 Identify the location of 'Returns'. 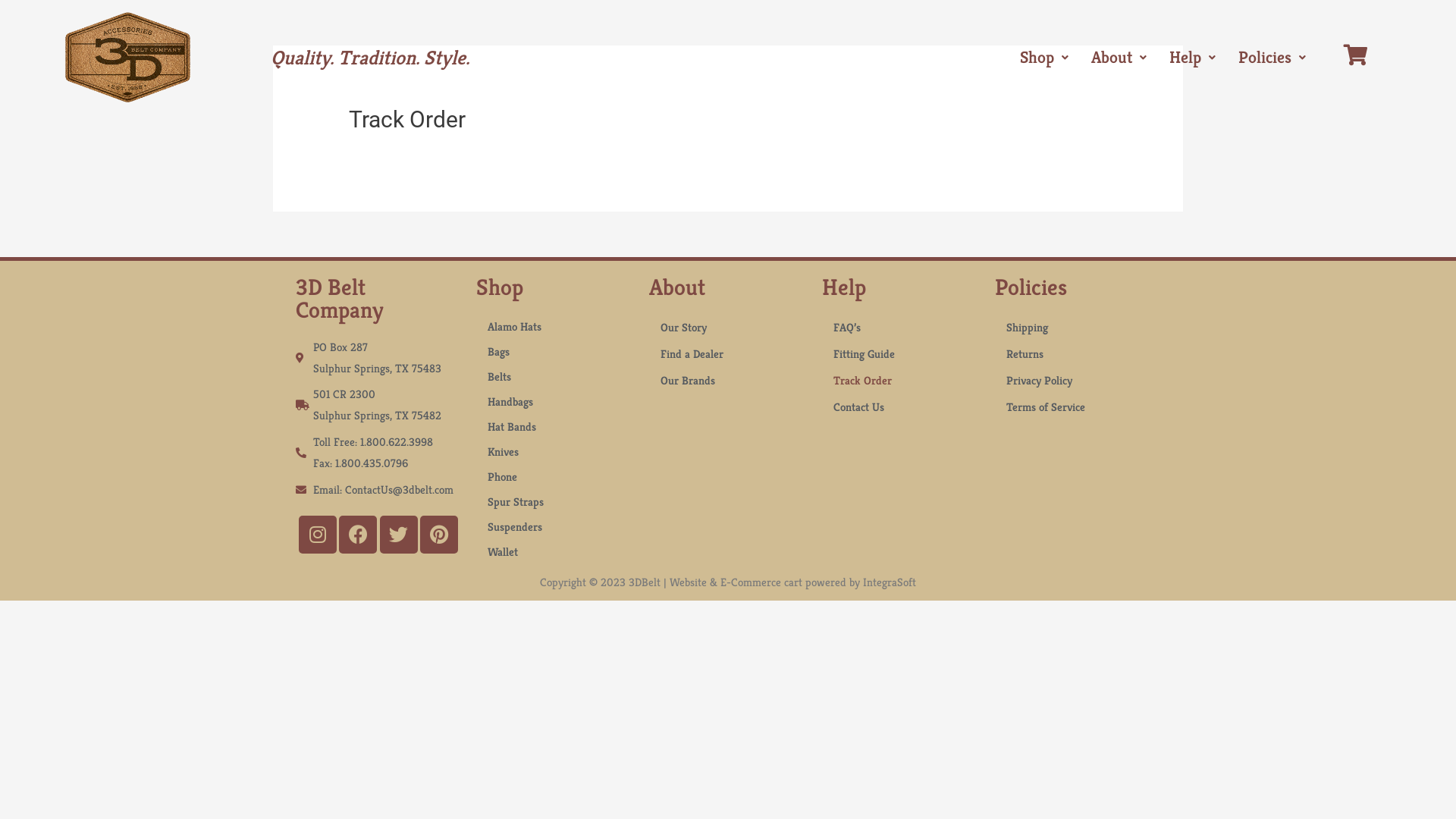
(1073, 353).